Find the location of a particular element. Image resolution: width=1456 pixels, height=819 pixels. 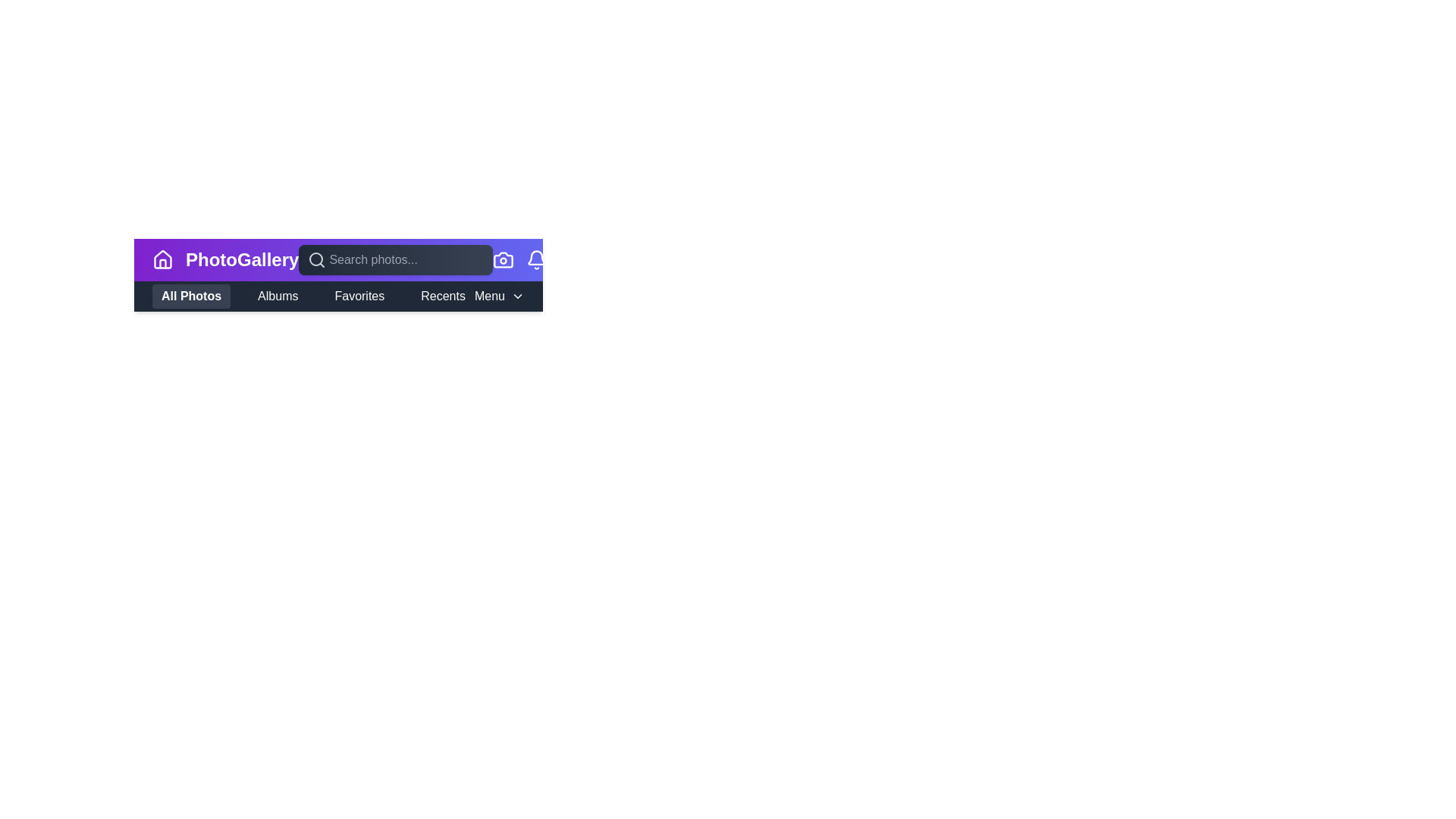

the Albums button to activate the corresponding navigation is located at coordinates (278, 296).